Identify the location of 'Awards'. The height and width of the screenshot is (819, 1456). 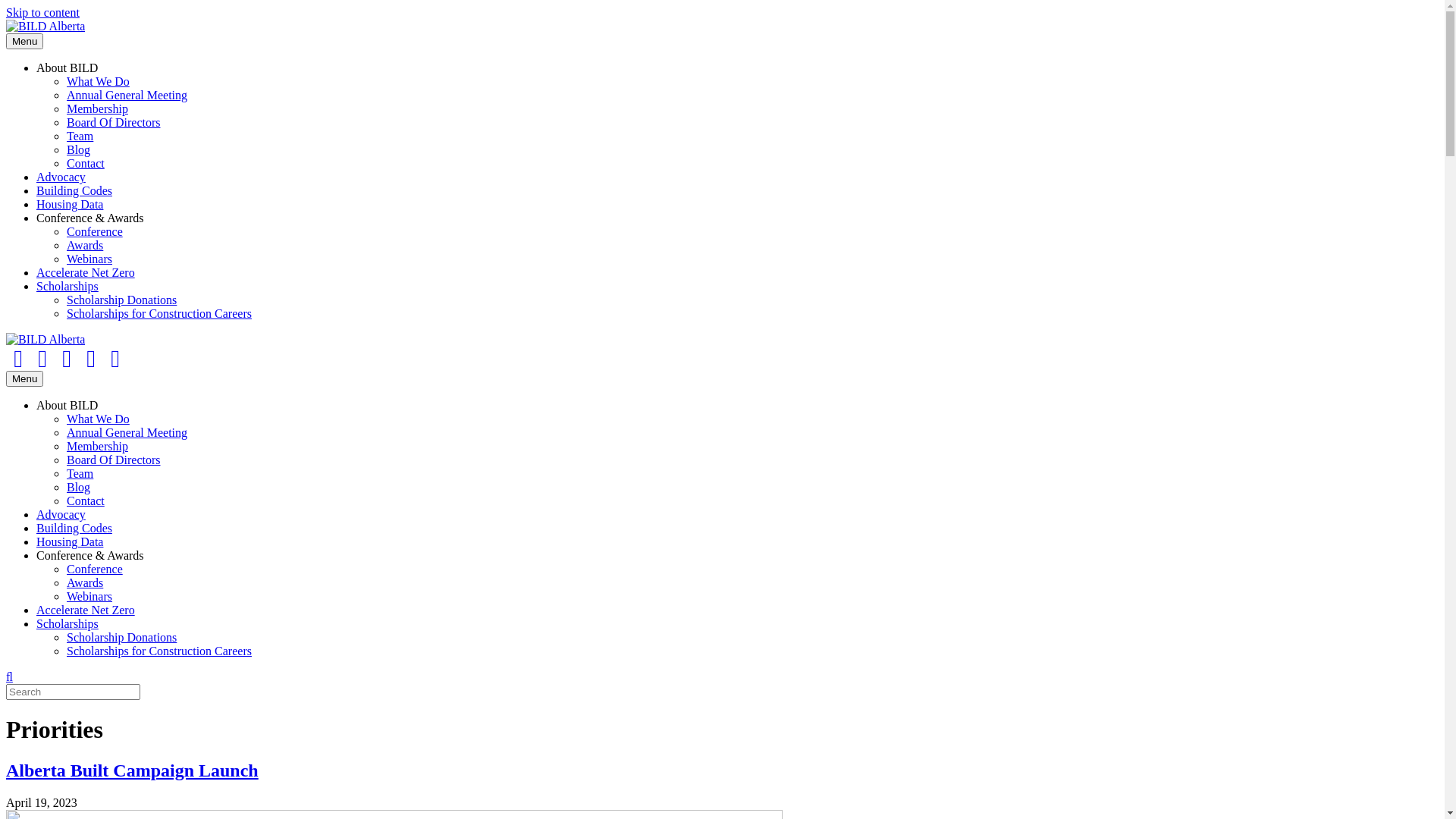
(83, 244).